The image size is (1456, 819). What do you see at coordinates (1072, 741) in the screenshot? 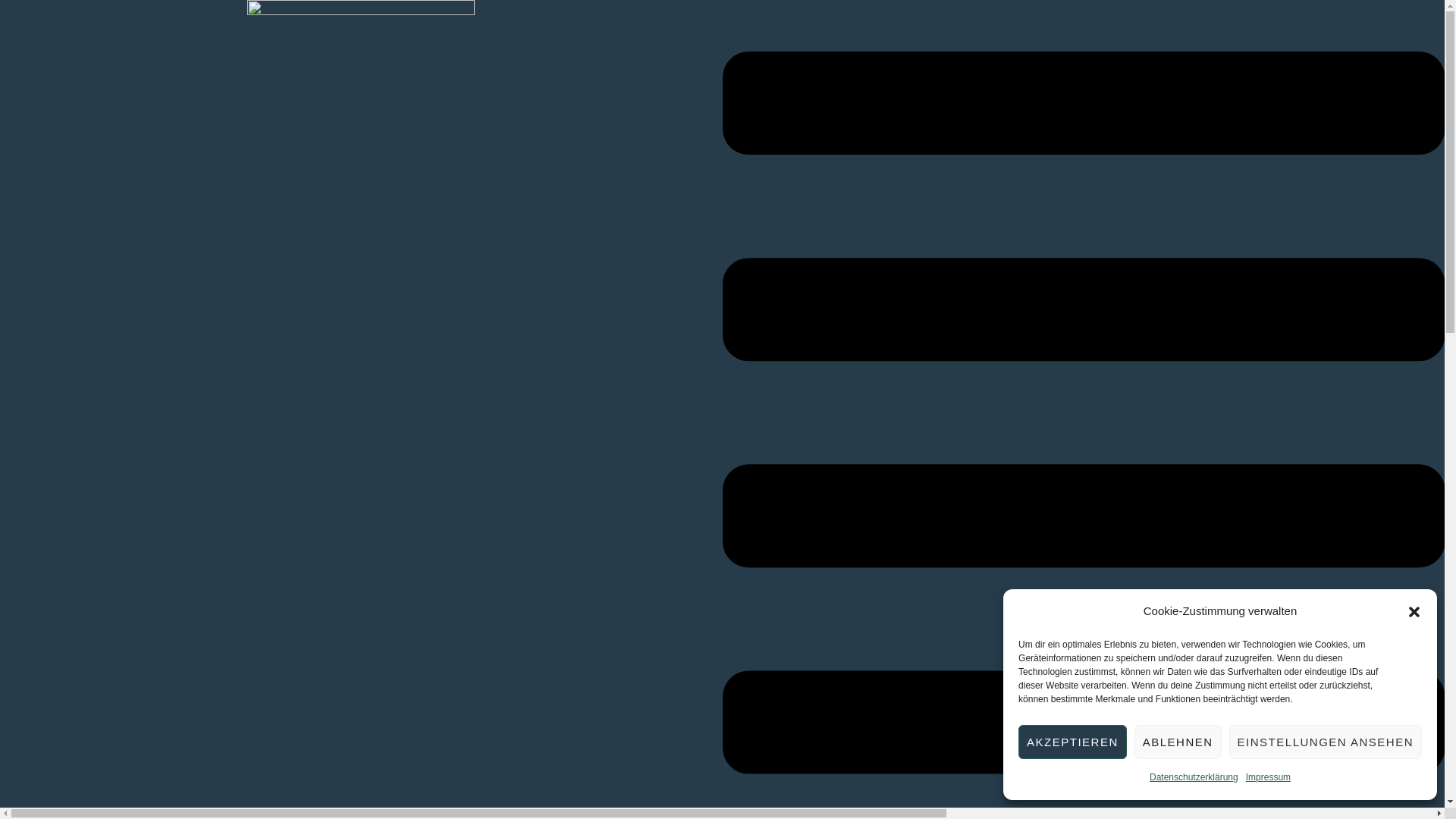
I see `'AKZEPTIEREN'` at bounding box center [1072, 741].